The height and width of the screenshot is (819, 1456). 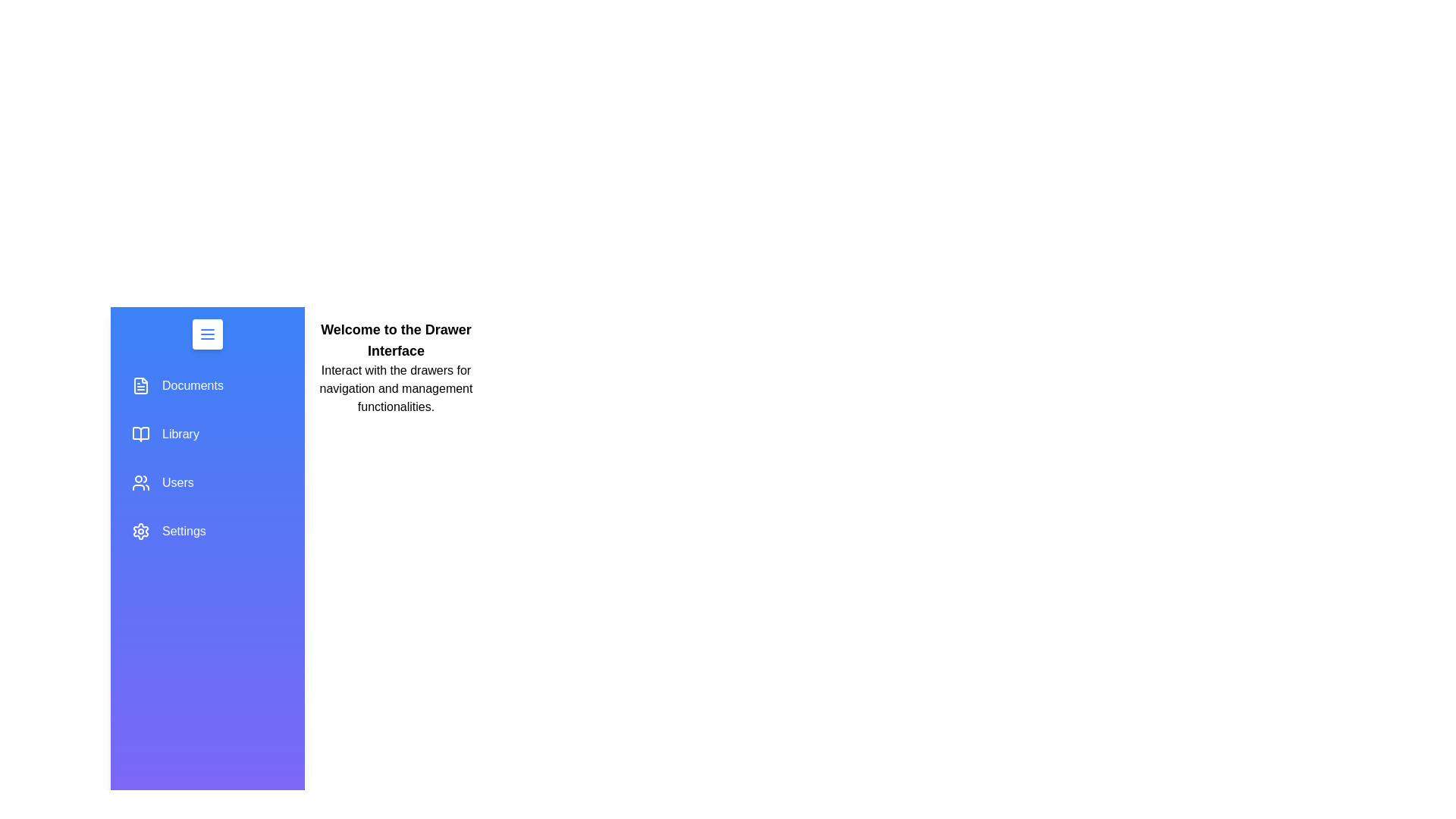 What do you see at coordinates (206, 435) in the screenshot?
I see `the section Library to highlight it` at bounding box center [206, 435].